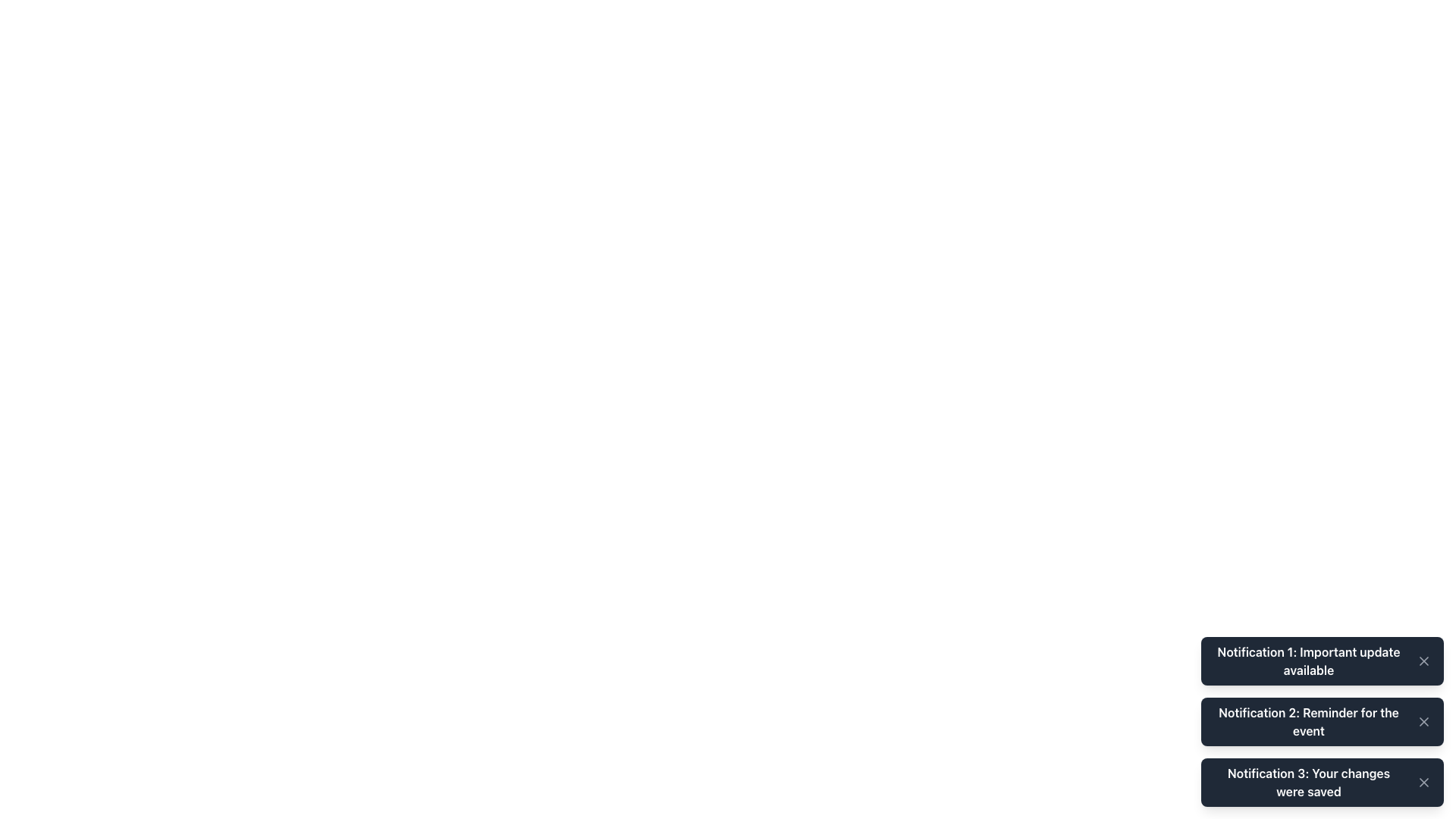 This screenshot has width=1456, height=819. What do you see at coordinates (1423, 660) in the screenshot?
I see `the small circular button with an 'X' icon located at the upper-right corner of the notification card labeled 'Notification 1: Important update available'` at bounding box center [1423, 660].